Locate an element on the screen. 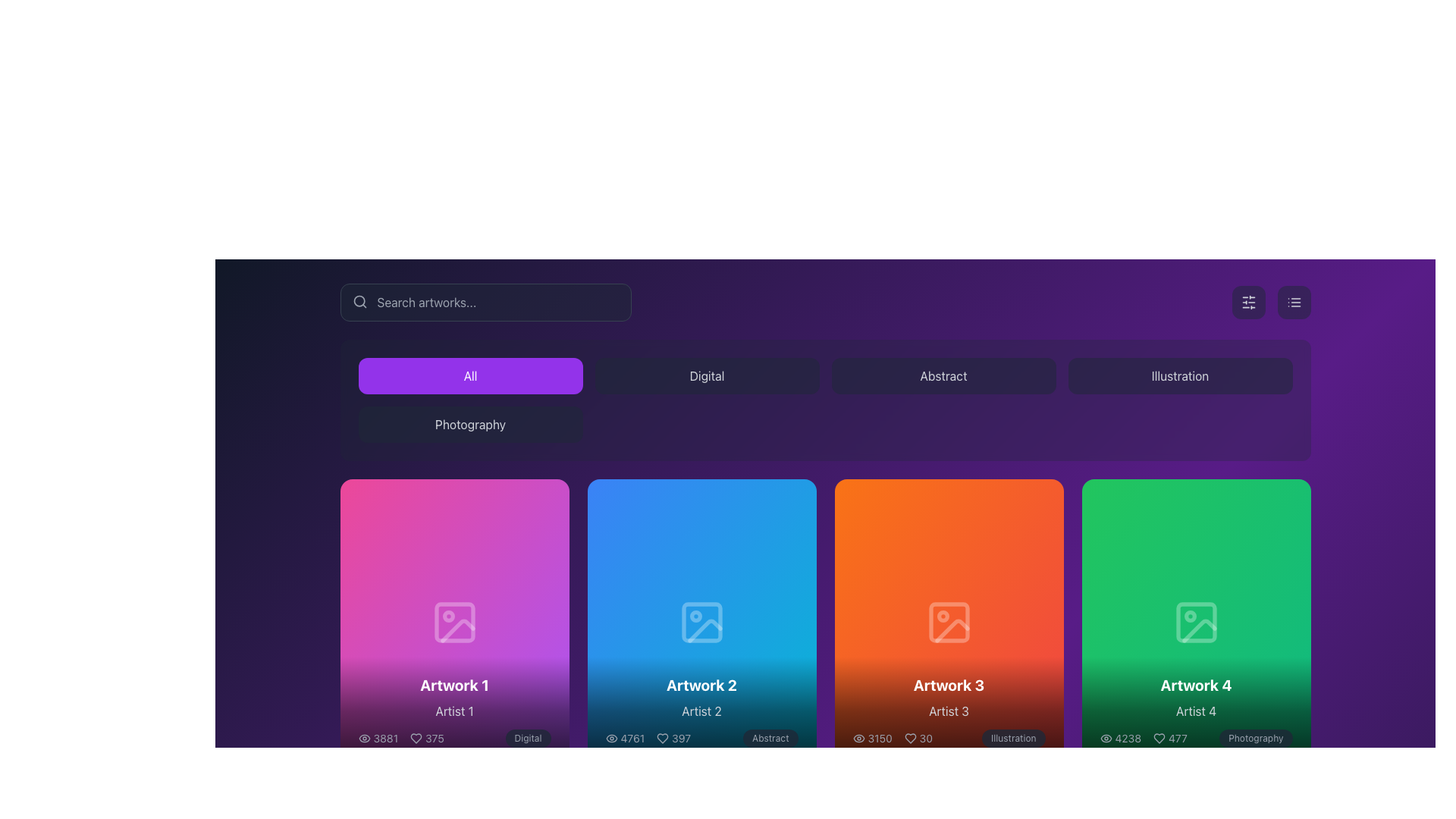 The height and width of the screenshot is (819, 1456). the circular lens within the magnifying glass icon is located at coordinates (358, 301).